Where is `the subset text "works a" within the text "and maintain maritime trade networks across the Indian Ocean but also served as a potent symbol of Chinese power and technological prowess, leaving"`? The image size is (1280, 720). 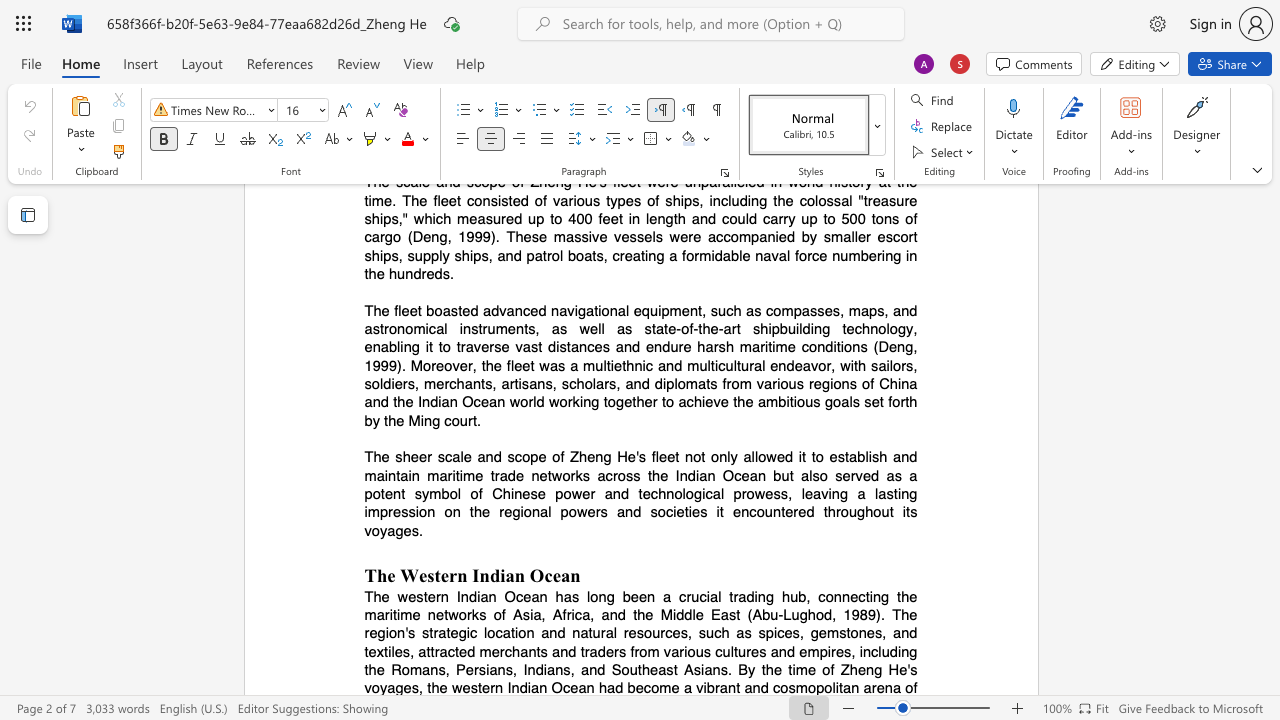 the subset text "works a" within the text "and maintain maritime trade networks across the Indian Ocean but also served as a potent symbol of Chinese power and technological prowess, leaving" is located at coordinates (551, 475).